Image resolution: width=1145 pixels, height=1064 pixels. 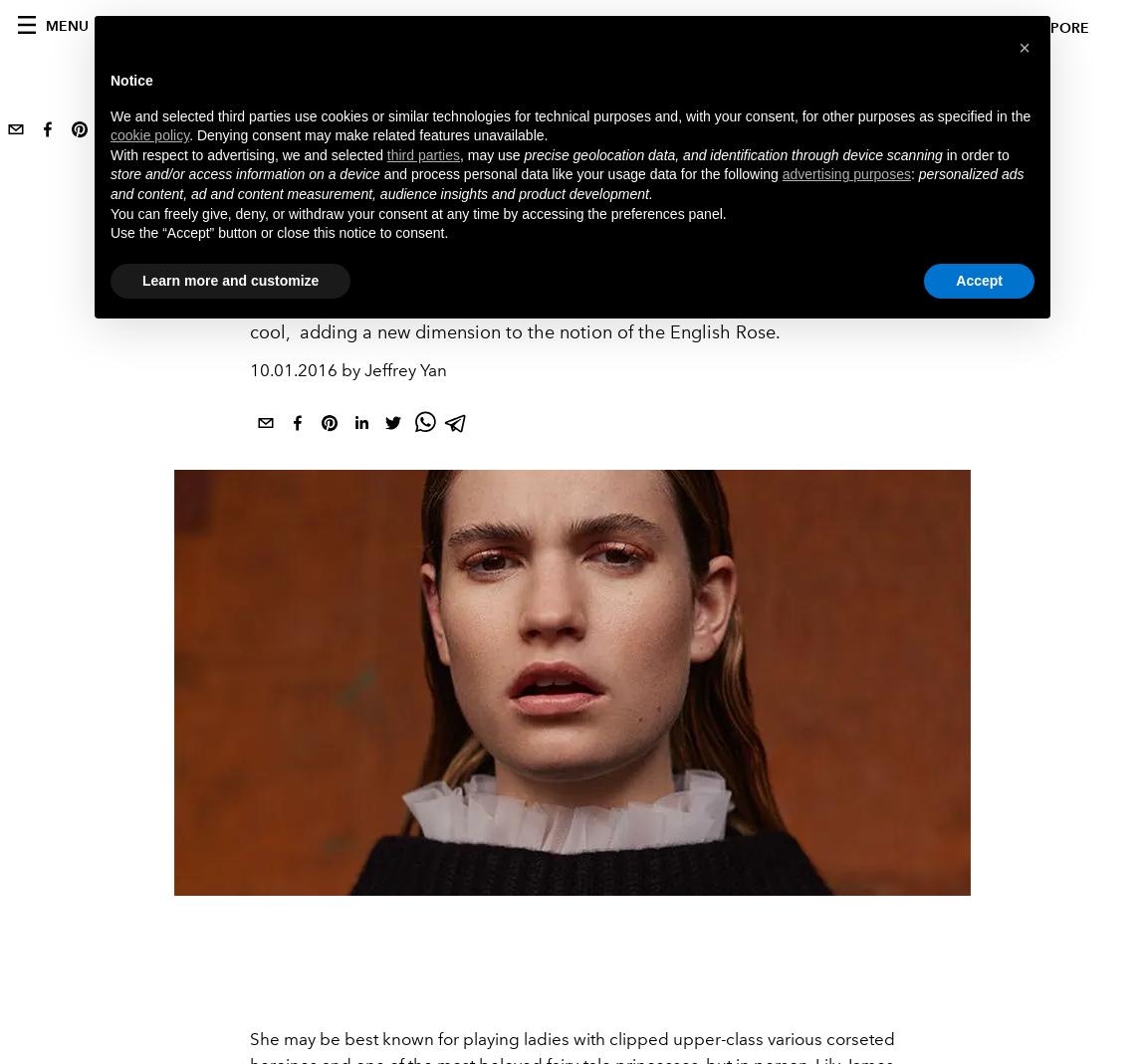 I want to click on 'We and selected third parties use cookies or similar technologies for technical purposes and, with your consent, for other purposes as specified in the', so click(x=571, y=114).